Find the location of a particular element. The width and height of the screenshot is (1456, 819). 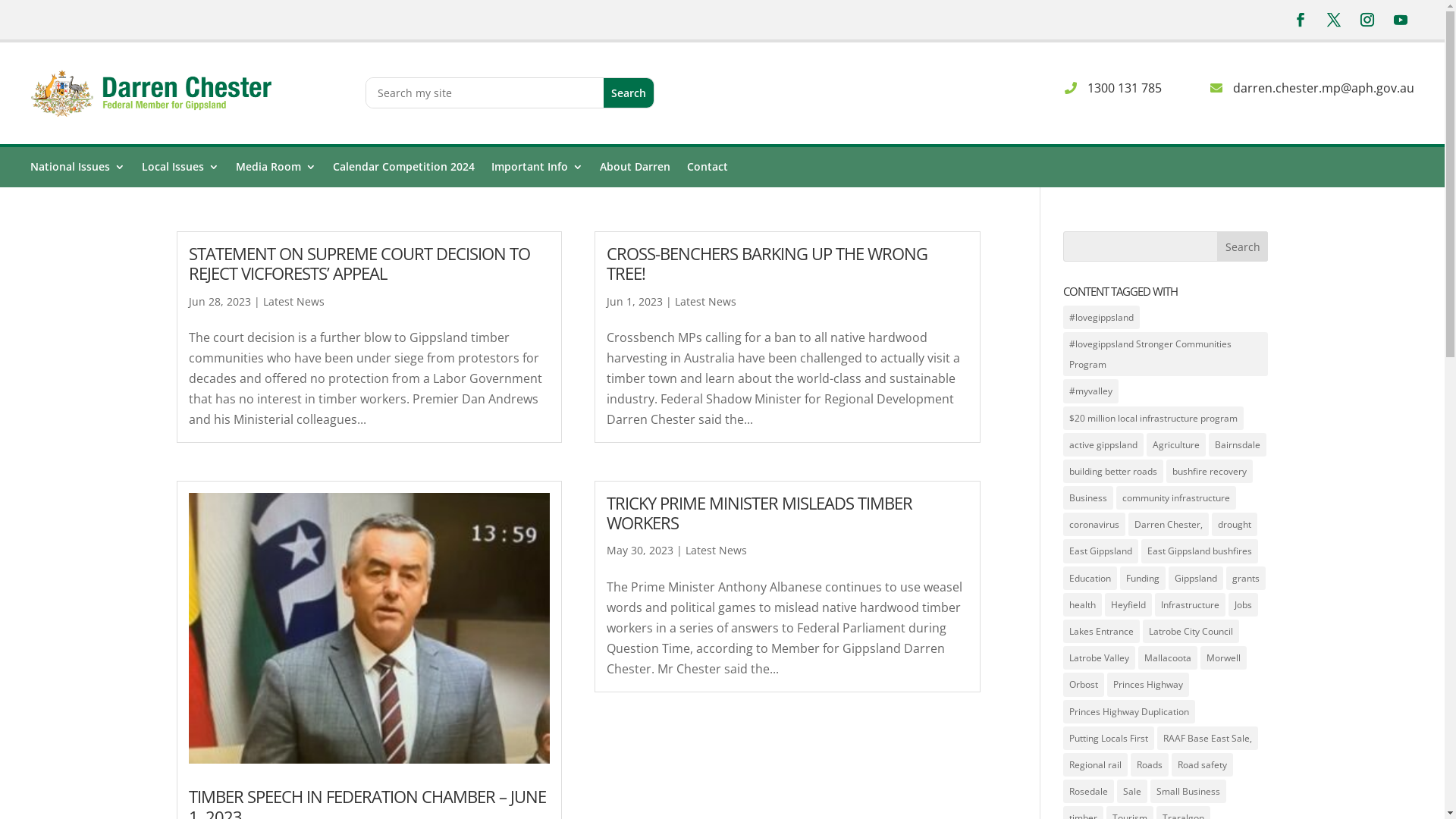

'Jobs' is located at coordinates (1243, 604).